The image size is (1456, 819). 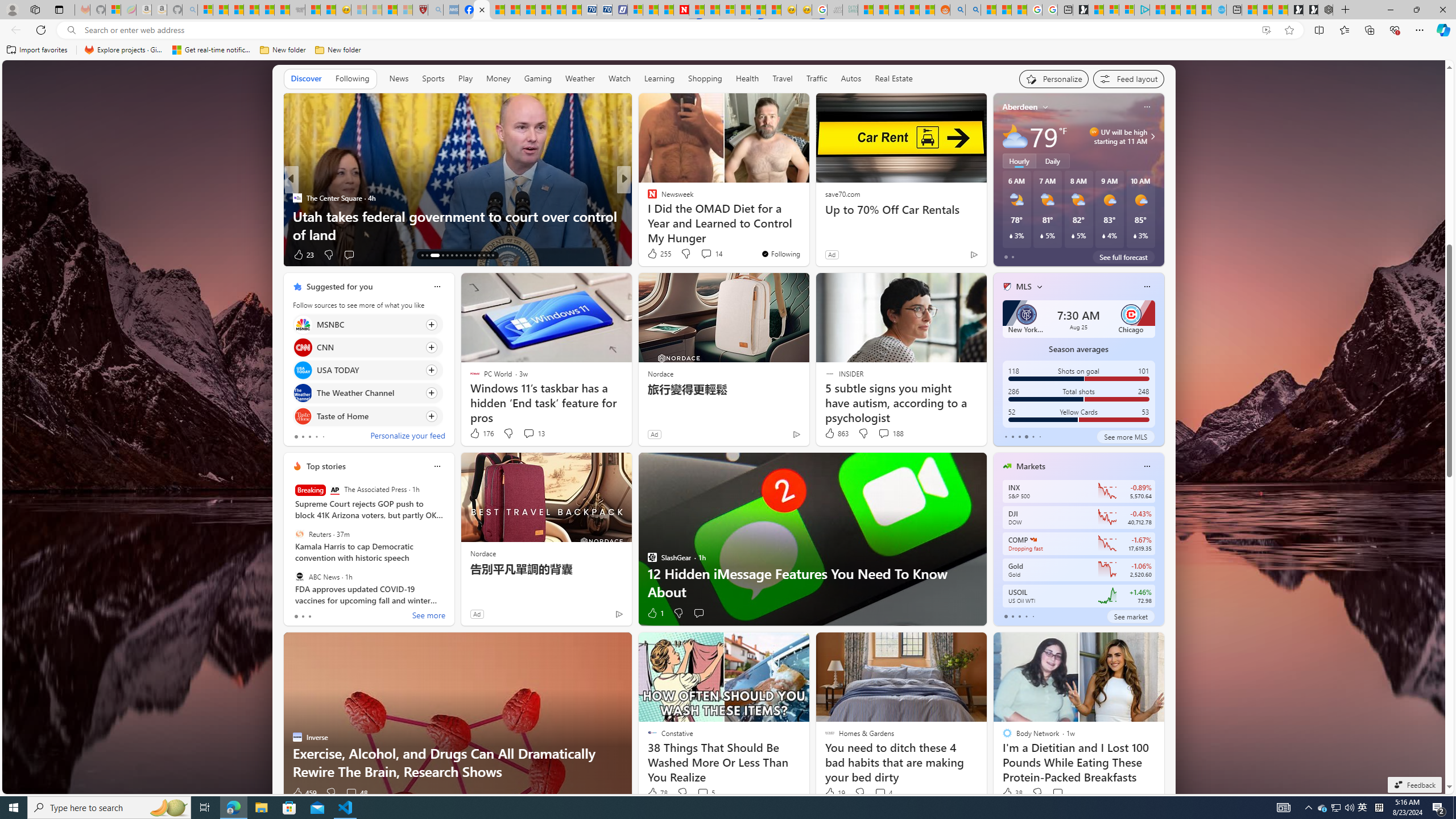 I want to click on 'AutomationID: tab-67', so click(x=427, y=255).